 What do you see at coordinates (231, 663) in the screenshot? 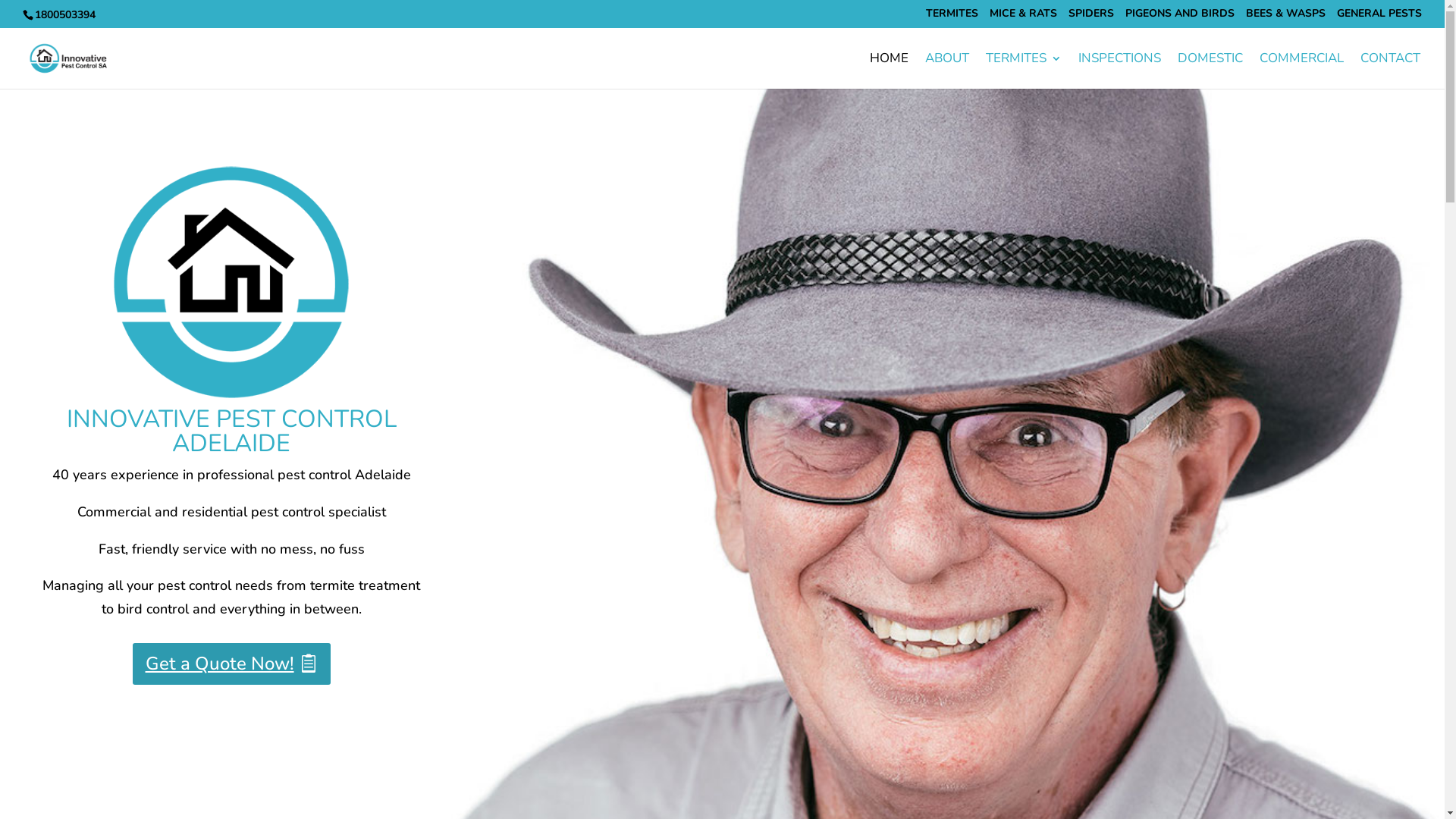
I see `'Get a Quote Now!'` at bounding box center [231, 663].